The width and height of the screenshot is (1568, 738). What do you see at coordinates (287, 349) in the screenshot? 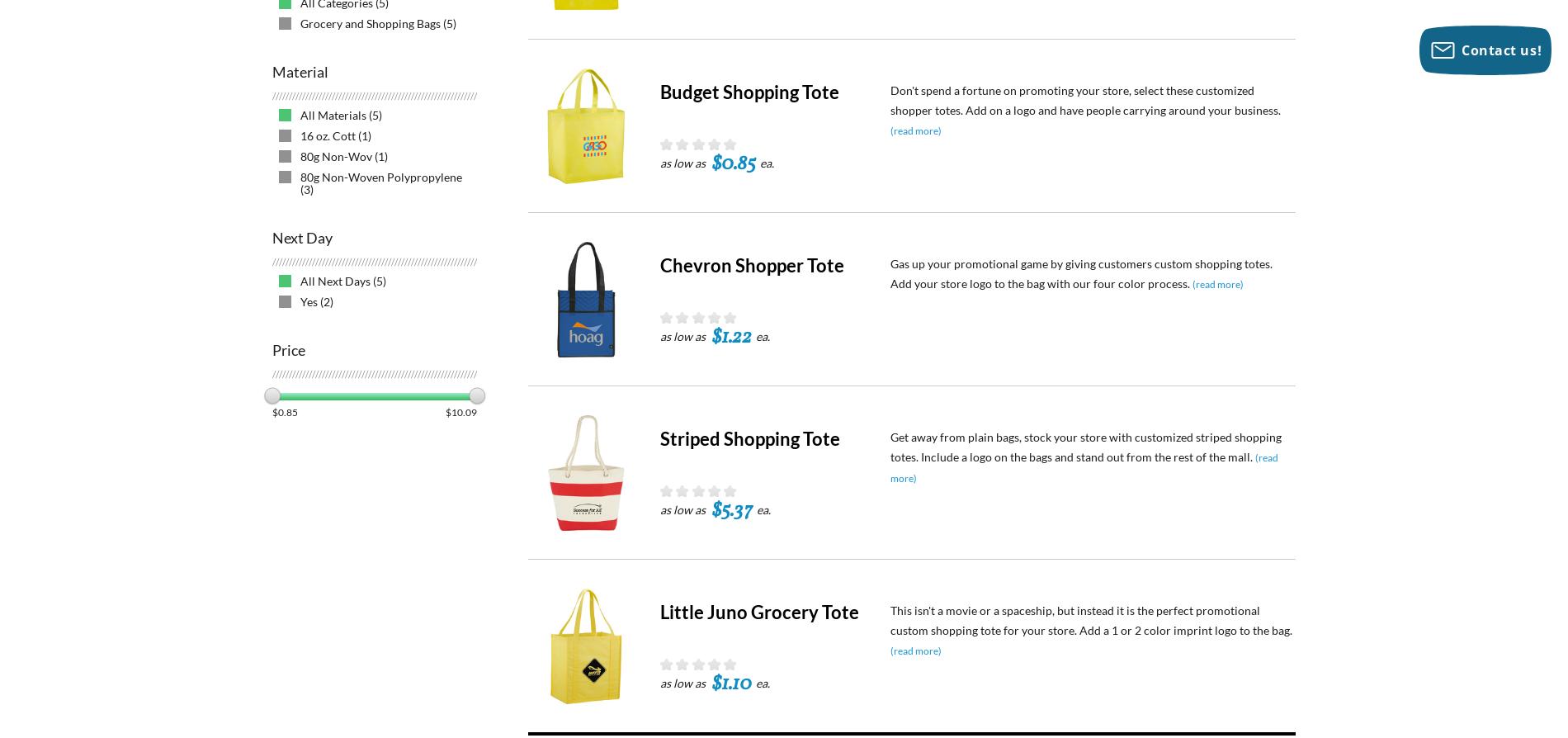
I see `'Price'` at bounding box center [287, 349].